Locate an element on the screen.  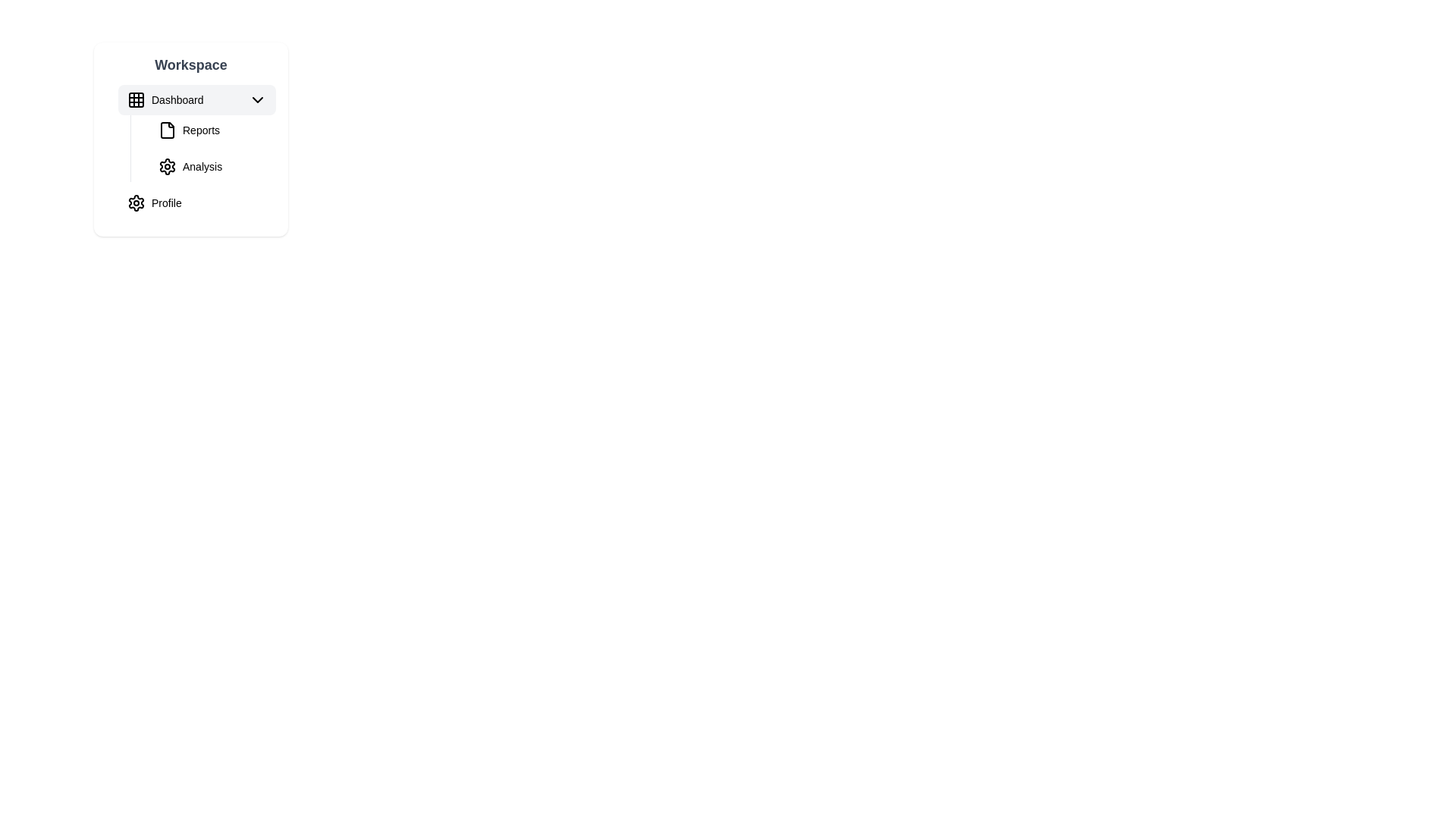
the collapsible menu indicator icon located to the right of the 'Dashboard' label to trigger a tooltip or visual effect is located at coordinates (258, 99).